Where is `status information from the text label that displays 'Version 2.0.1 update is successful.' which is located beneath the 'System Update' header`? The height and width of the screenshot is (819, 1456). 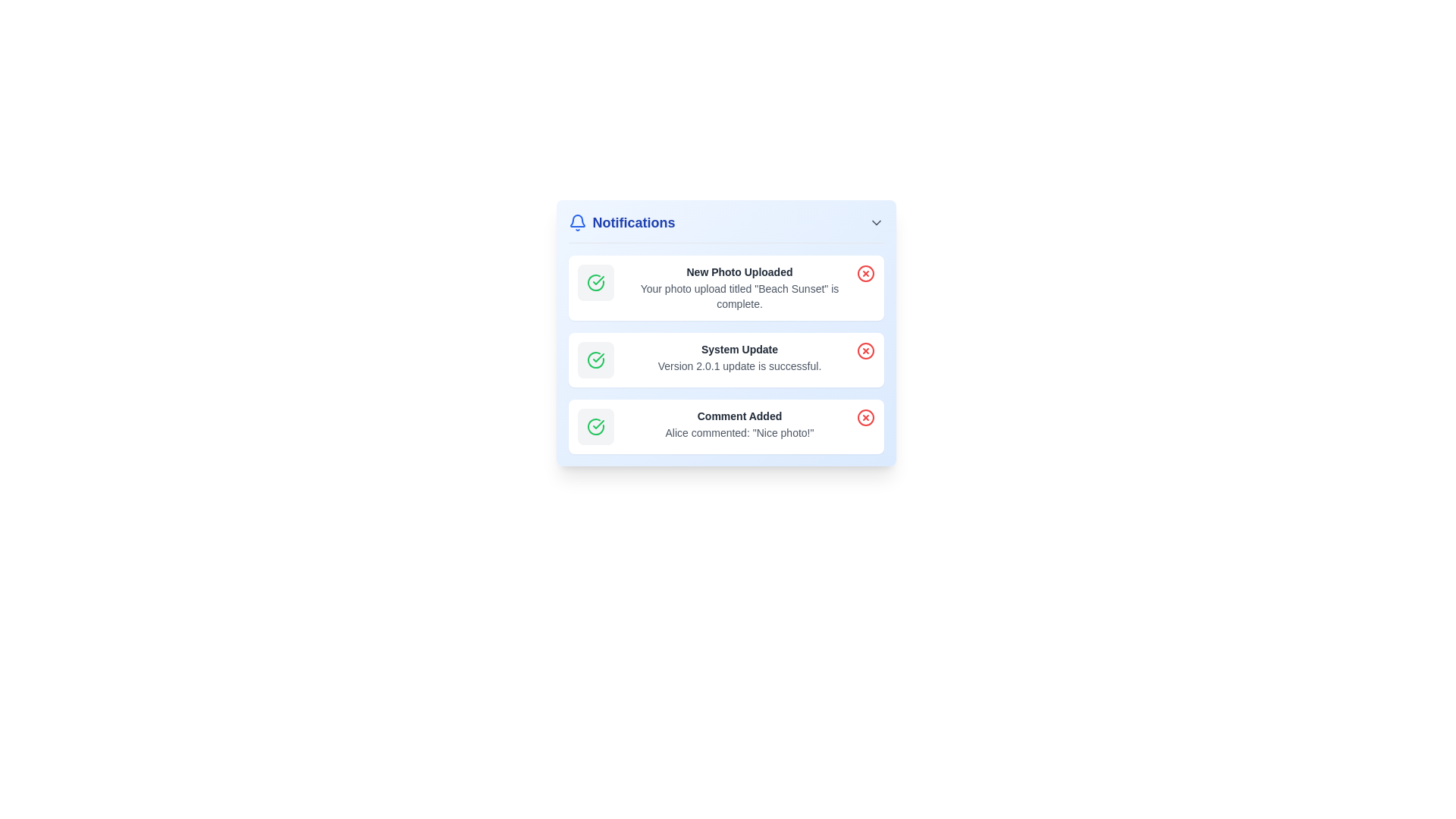
status information from the text label that displays 'Version 2.0.1 update is successful.' which is located beneath the 'System Update' header is located at coordinates (739, 366).